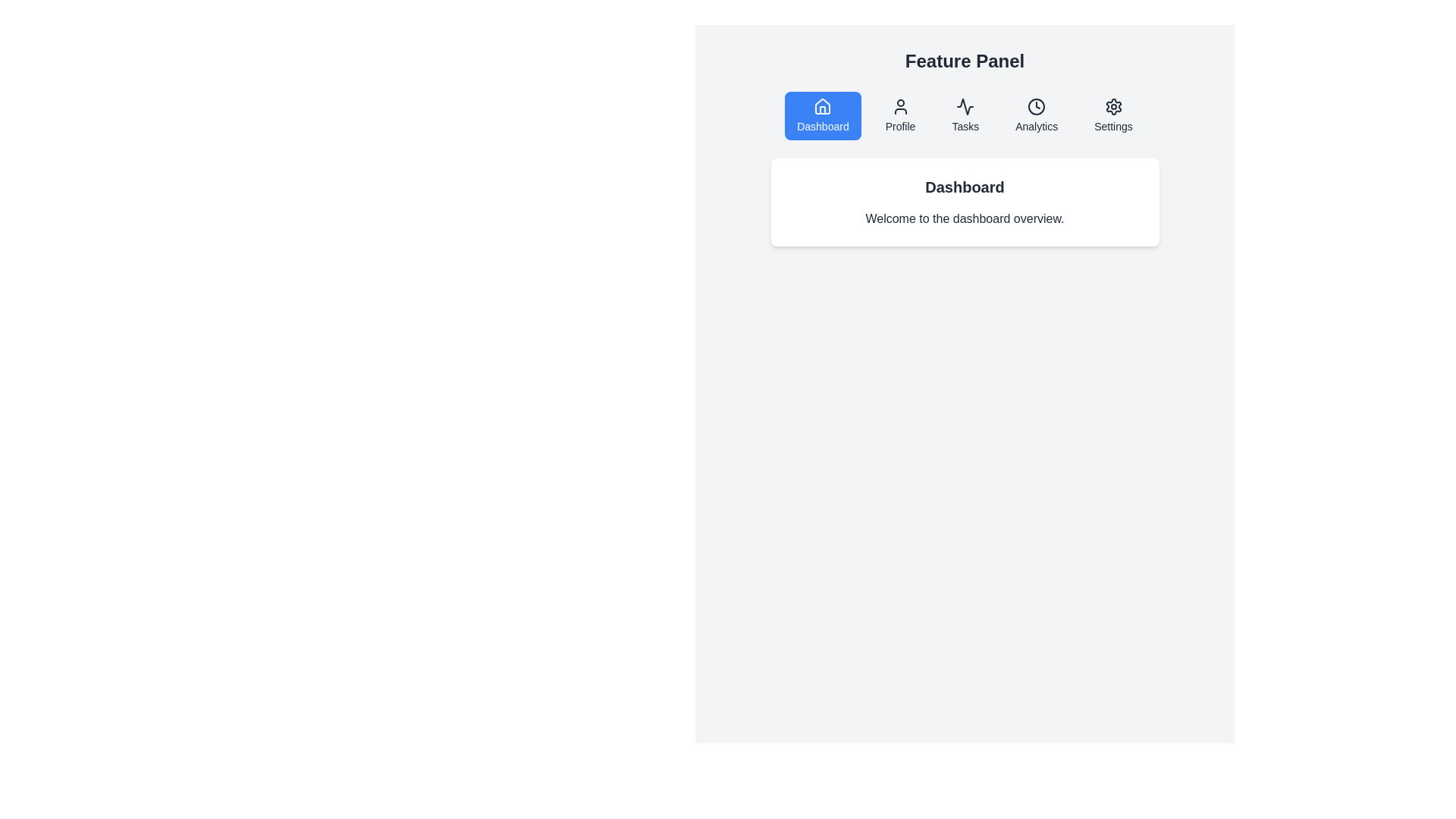 The image size is (1456, 819). Describe the element at coordinates (822, 115) in the screenshot. I see `the 'Dashboard' button, which is a rectangular button with a blue background and white text, including a house icon, located at the top left of the interface` at that location.